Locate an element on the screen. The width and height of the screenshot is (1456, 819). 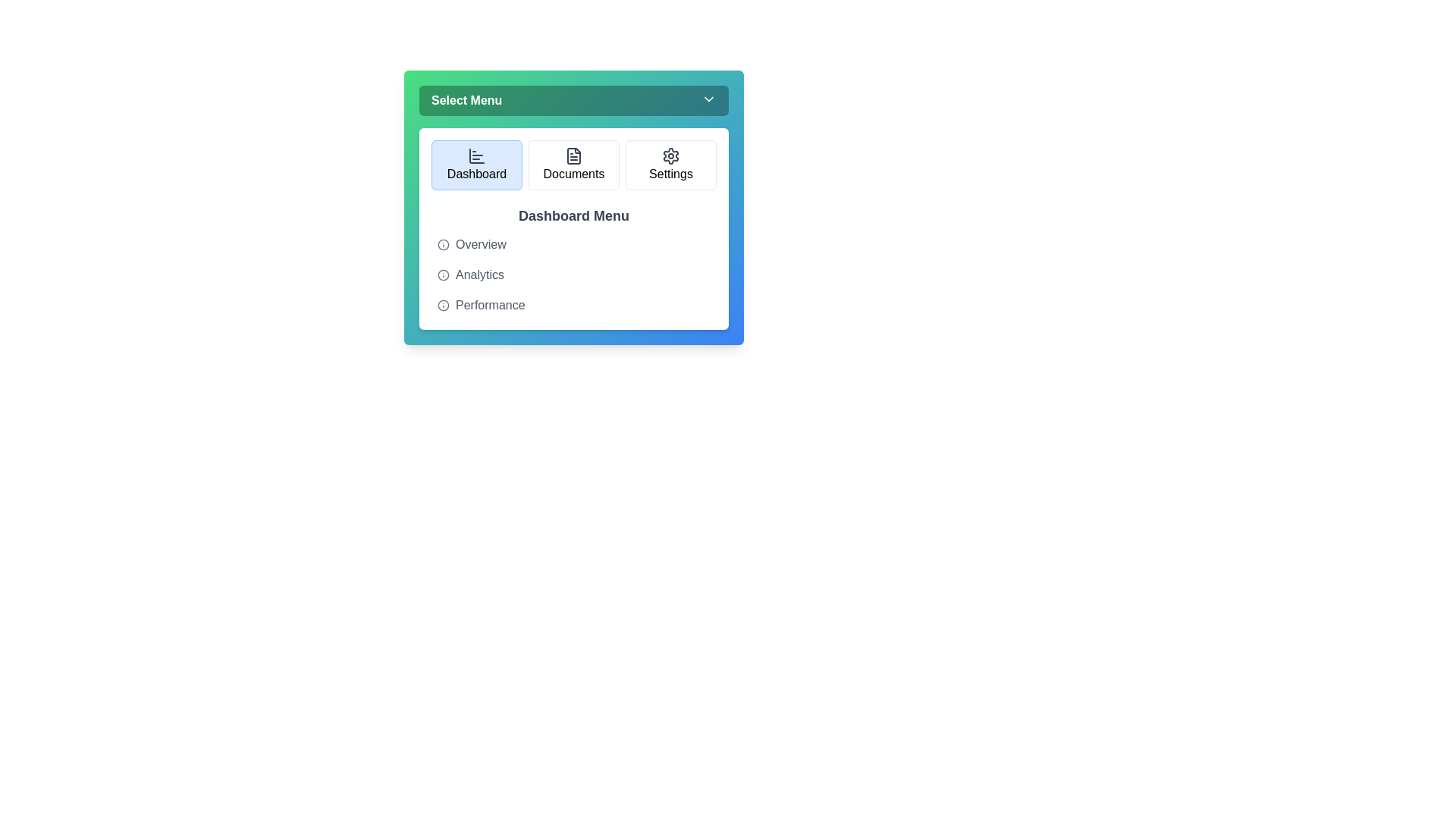
the circular SVG icon representing the information icon, located at the top-left section of the user menu preceding the 'Overview' label is located at coordinates (443, 275).